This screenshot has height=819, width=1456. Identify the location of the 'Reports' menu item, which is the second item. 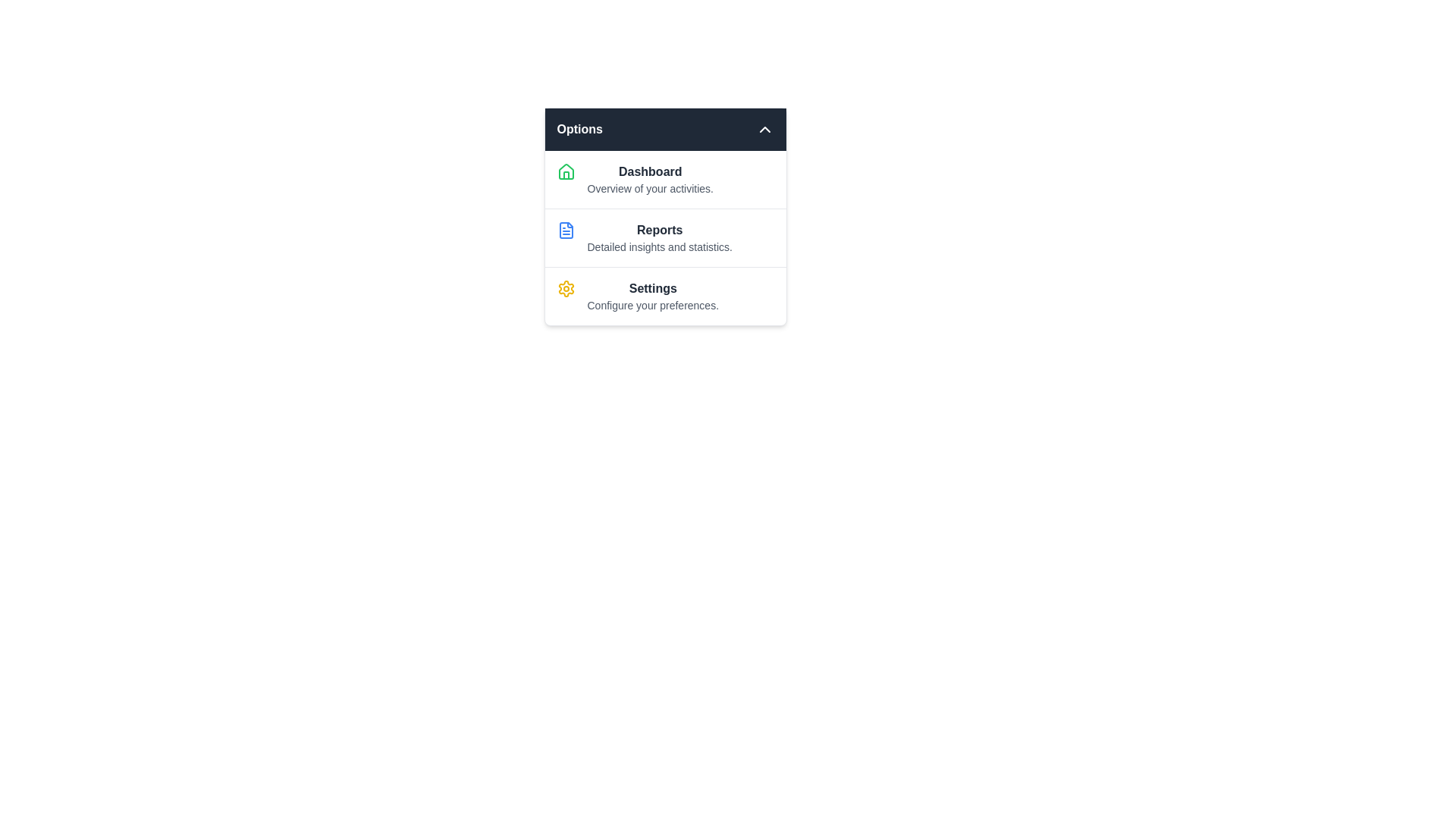
(659, 237).